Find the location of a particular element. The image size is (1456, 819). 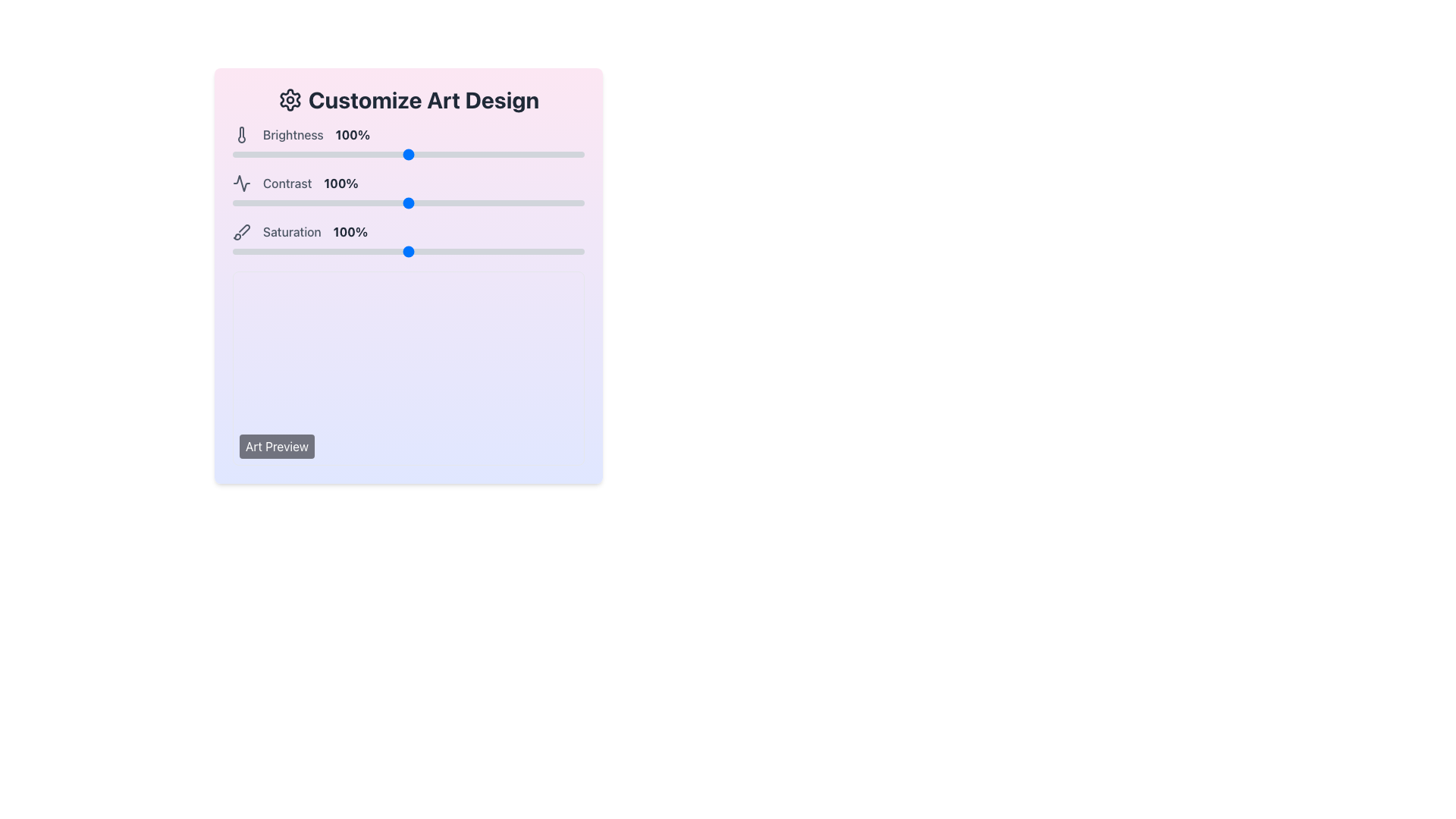

contrast is located at coordinates (384, 202).